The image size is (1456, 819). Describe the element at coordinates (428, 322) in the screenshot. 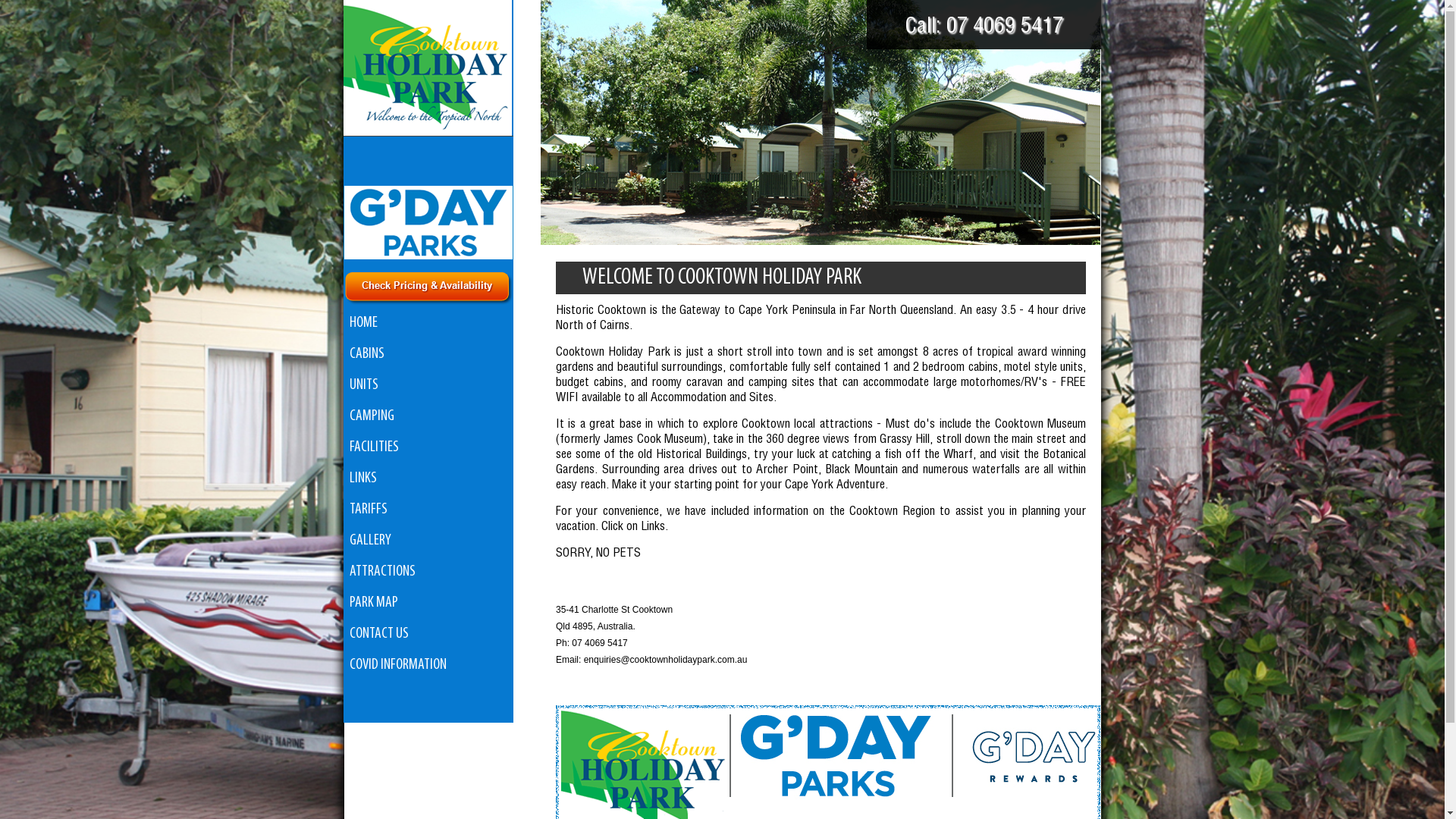

I see `'HOME'` at that location.